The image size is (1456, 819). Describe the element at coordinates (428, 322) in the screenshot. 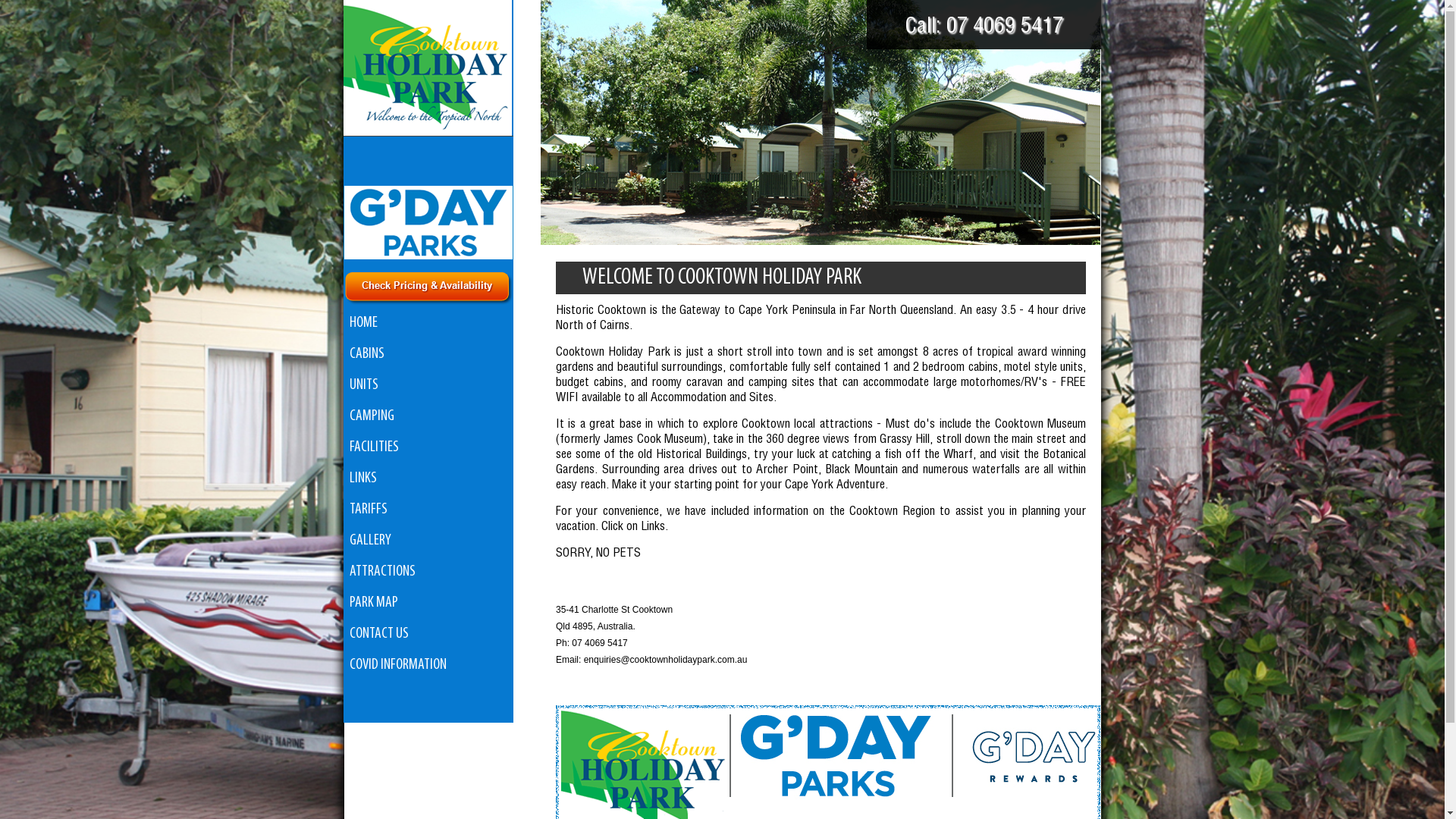

I see `'HOME'` at that location.